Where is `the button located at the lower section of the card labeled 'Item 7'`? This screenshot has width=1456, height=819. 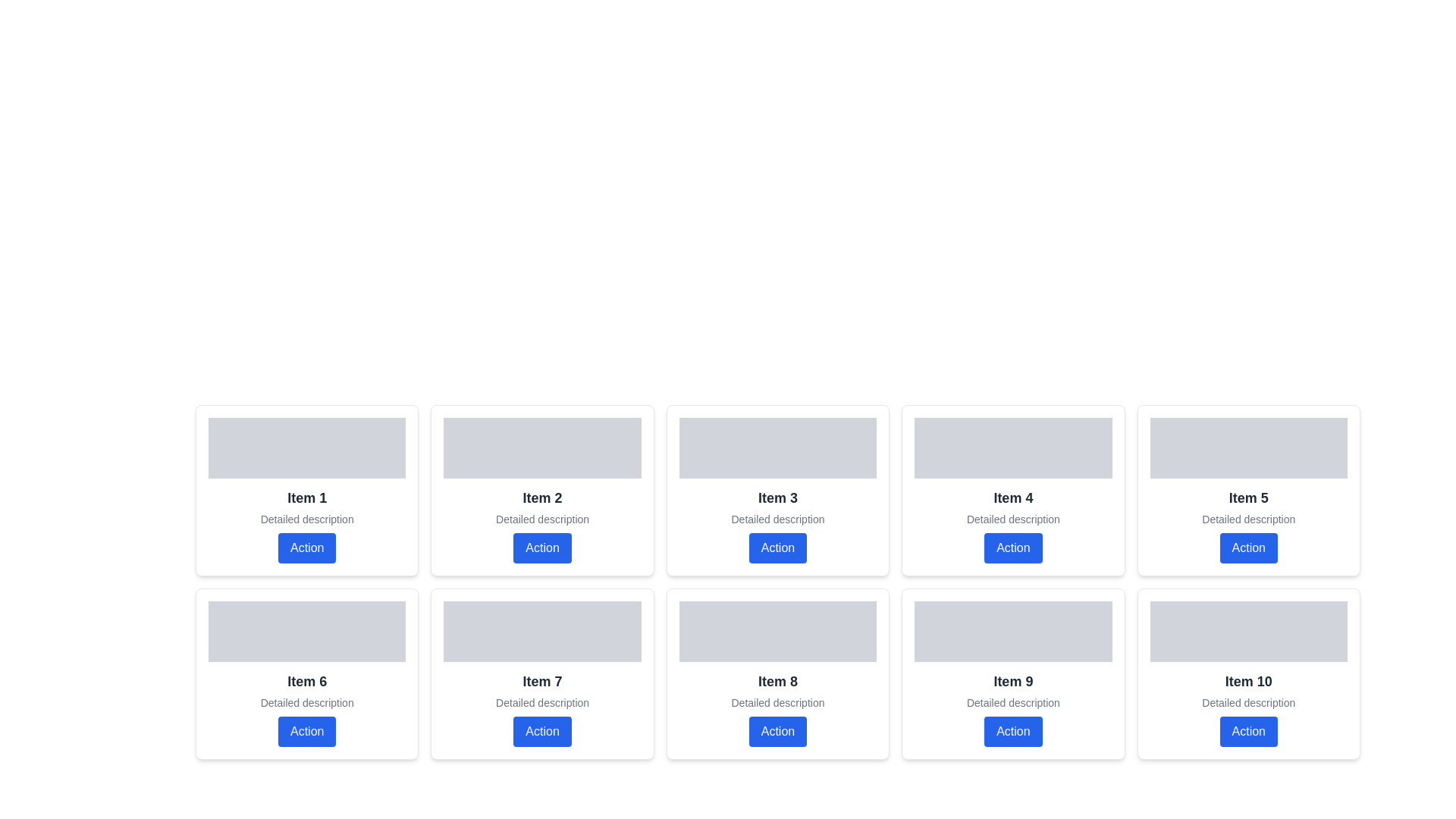
the button located at the lower section of the card labeled 'Item 7' is located at coordinates (542, 730).